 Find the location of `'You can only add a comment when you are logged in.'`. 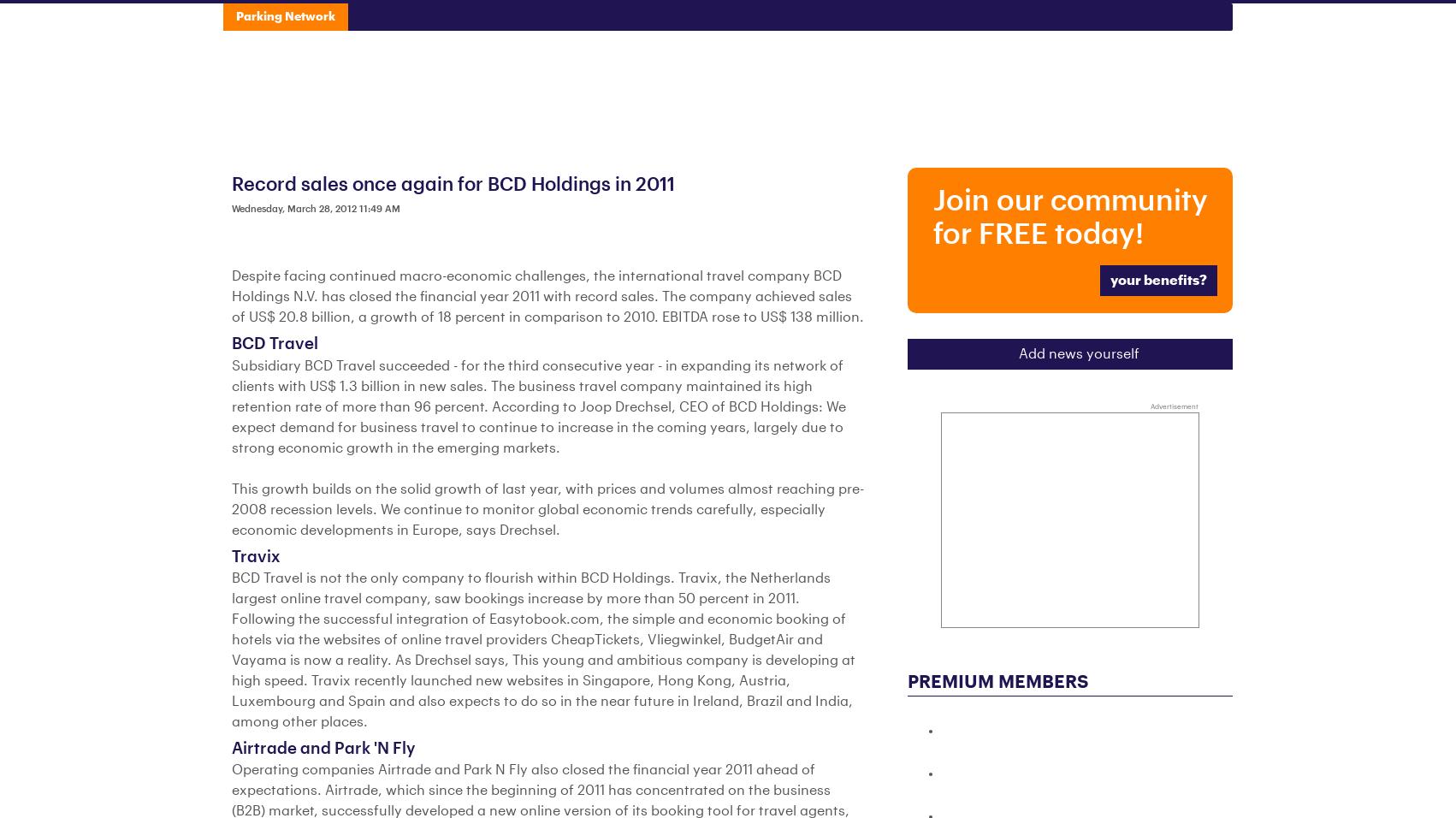

'You can only add a comment when you are logged in.' is located at coordinates (409, 17).